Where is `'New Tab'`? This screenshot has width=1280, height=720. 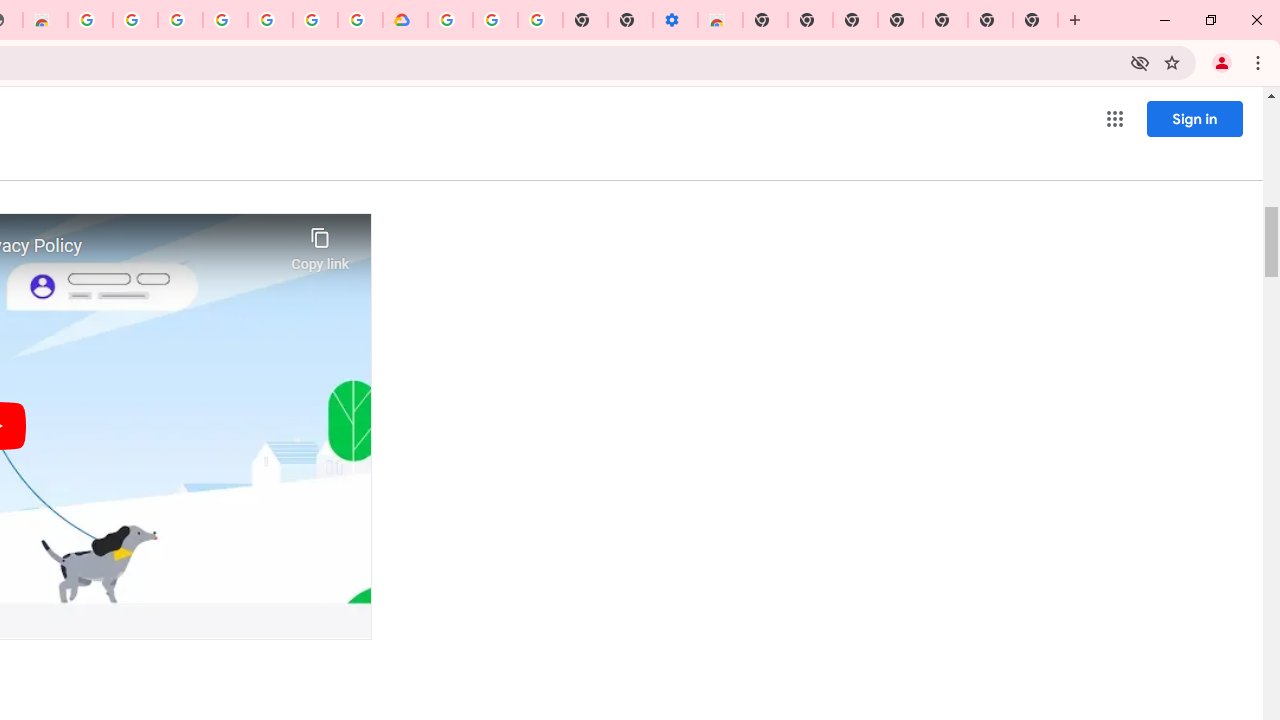
'New Tab' is located at coordinates (1035, 20).